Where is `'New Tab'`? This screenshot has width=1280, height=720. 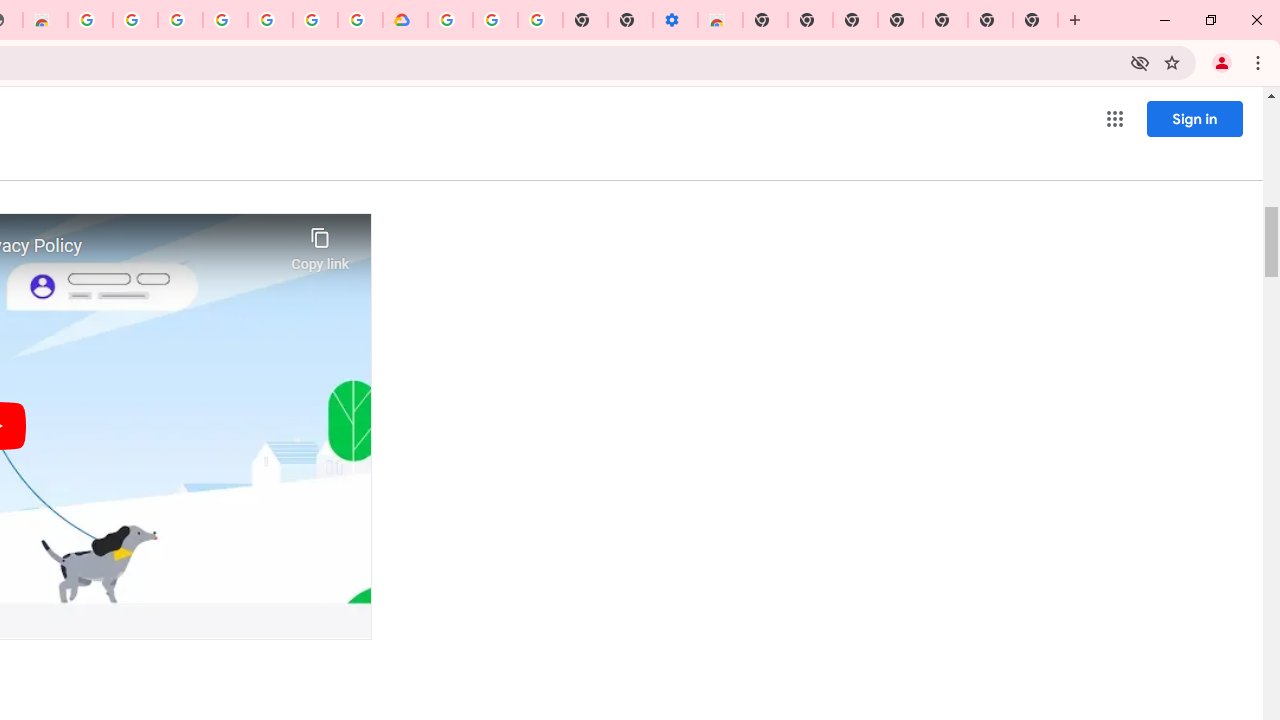
'New Tab' is located at coordinates (1035, 20).